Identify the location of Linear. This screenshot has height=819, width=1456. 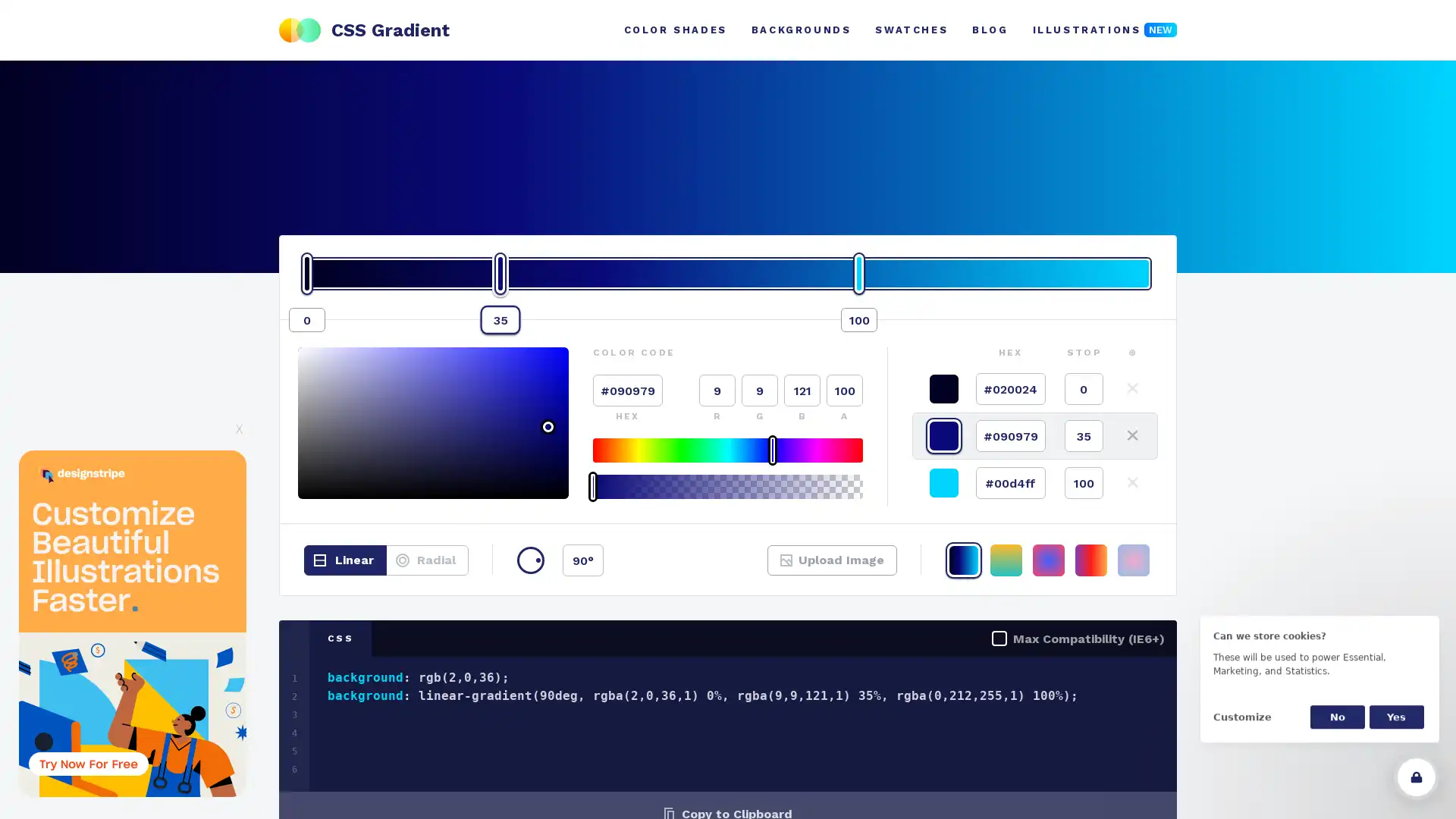
(344, 560).